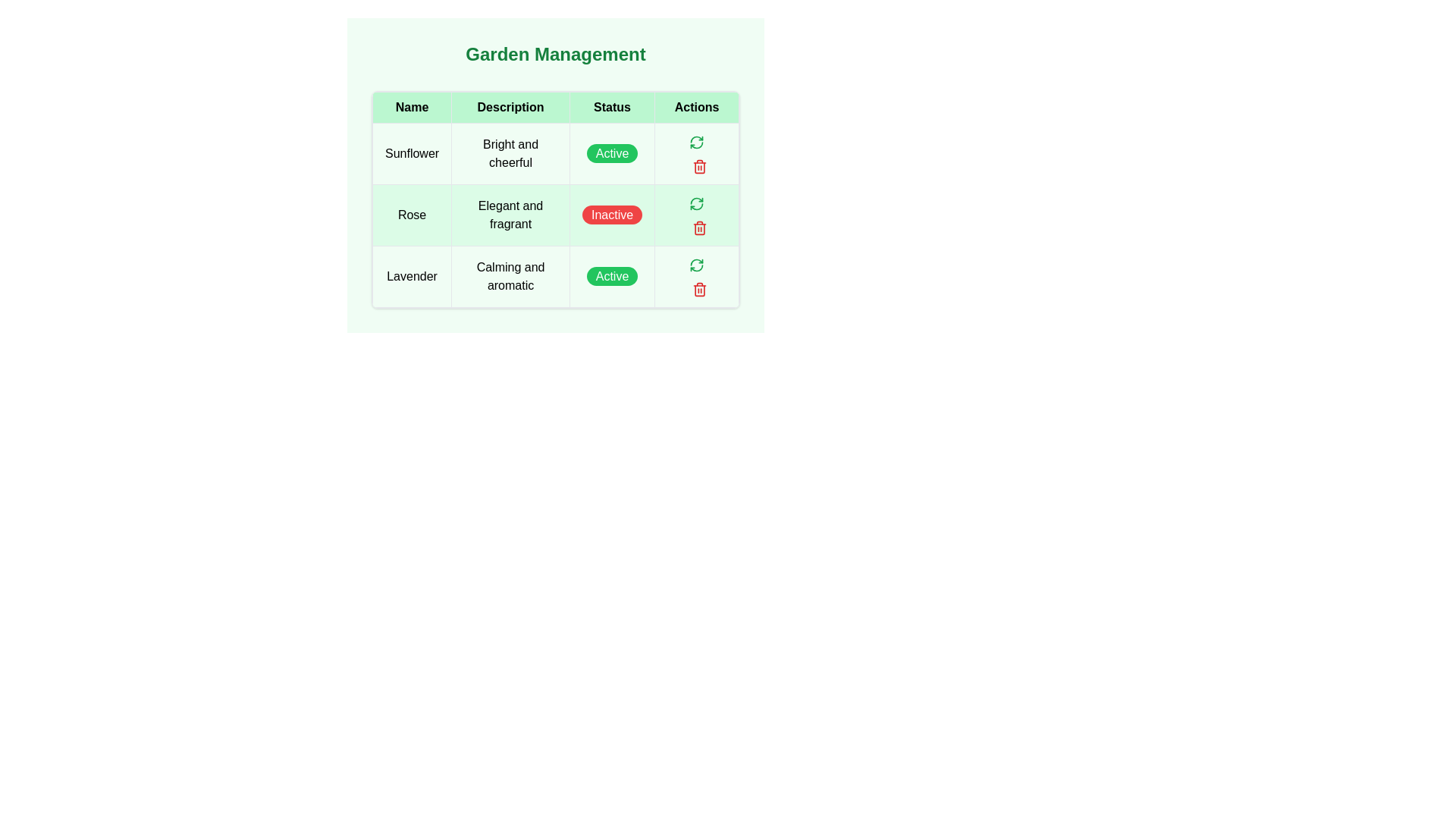 The image size is (1456, 819). Describe the element at coordinates (612, 154) in the screenshot. I see `the 'Active' status label for the 'Sunflower' item in the 'Garden Management' interface, which is located in the first row of the 'Status' column` at that location.